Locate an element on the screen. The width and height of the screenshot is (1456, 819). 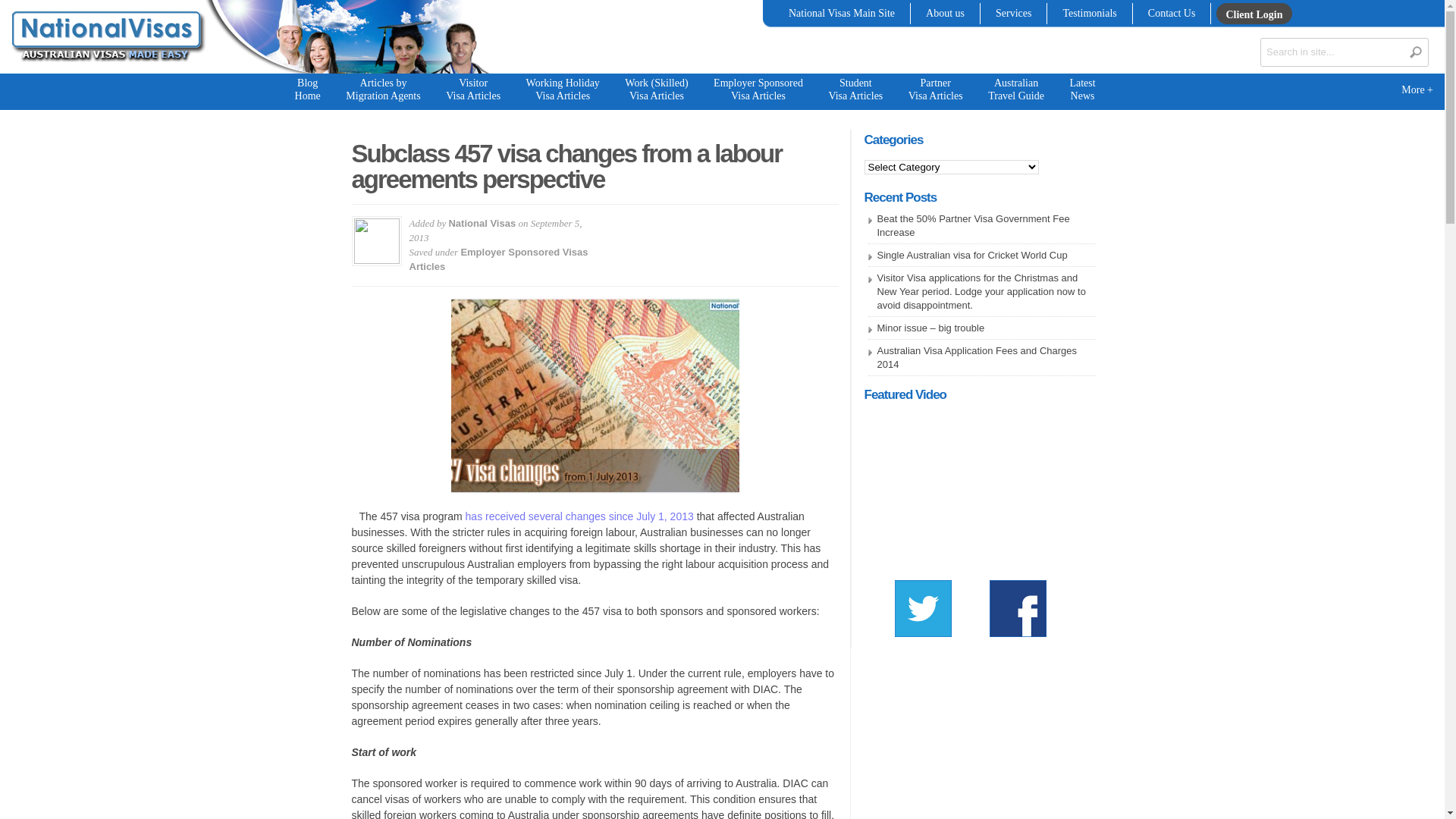
'has received several changes since July 1, 2013' is located at coordinates (465, 516).